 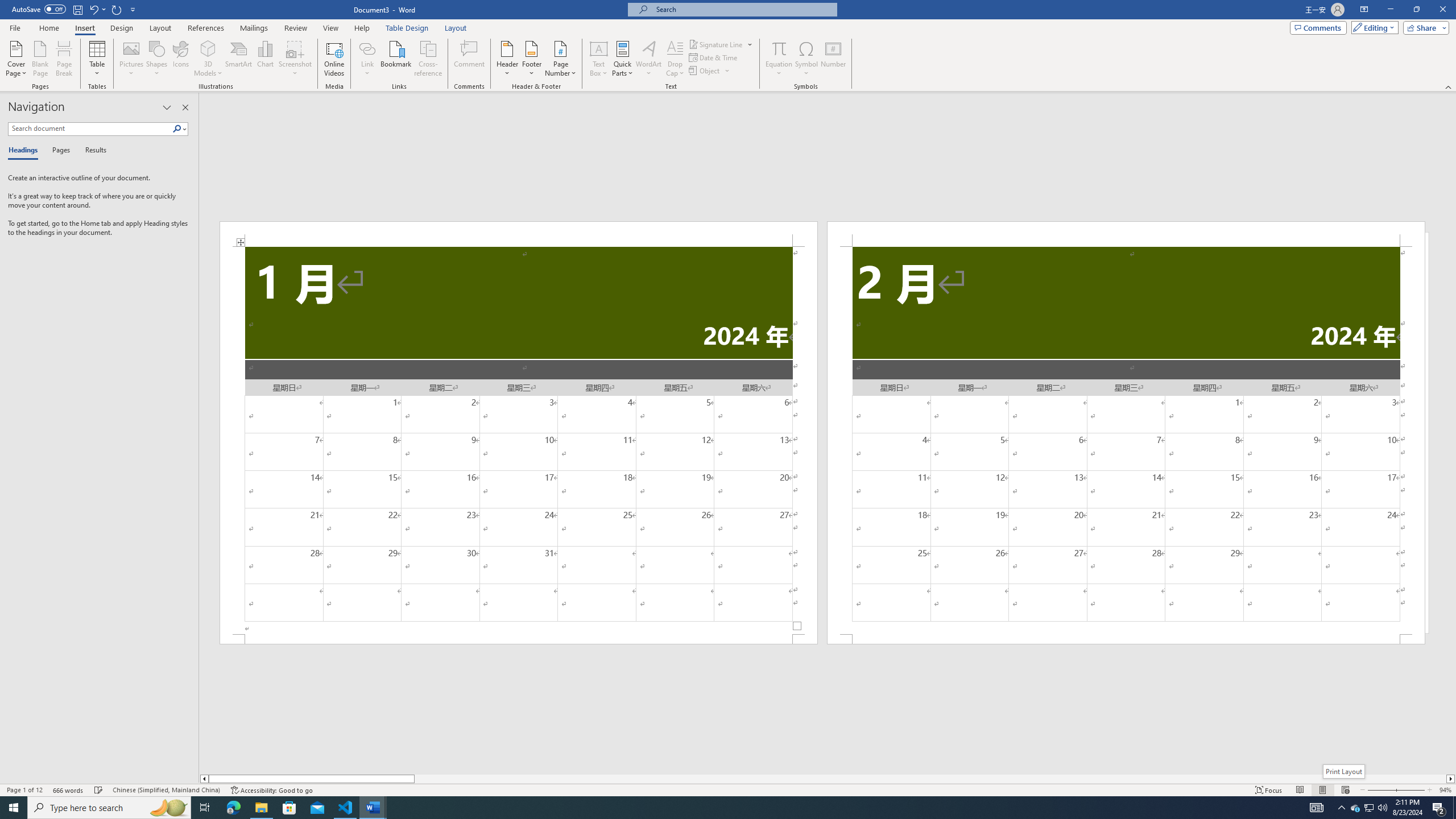 I want to click on 'Header', so click(x=507, y=59).